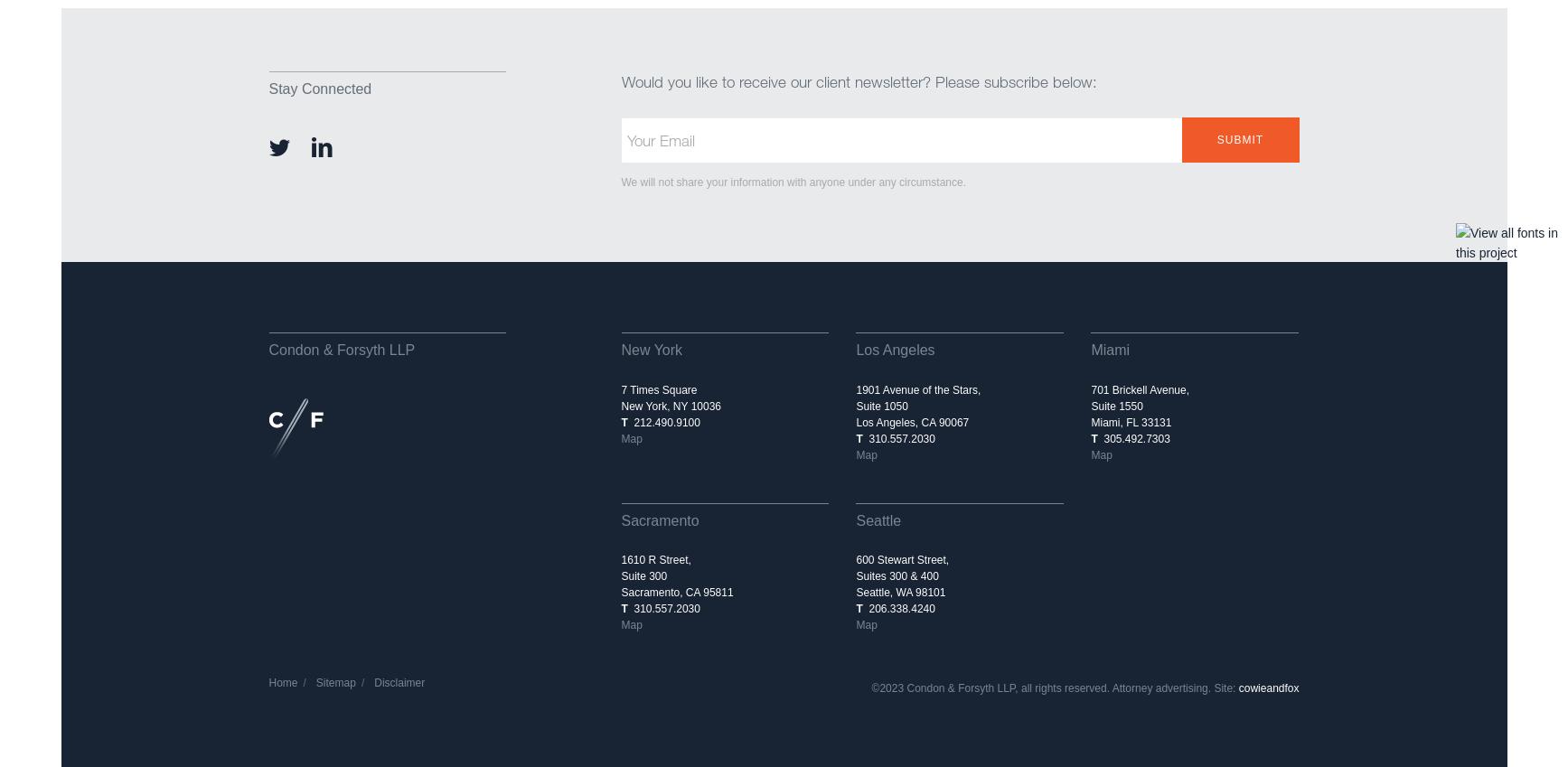 The image size is (1568, 767). I want to click on '7 Times Square', so click(659, 389).